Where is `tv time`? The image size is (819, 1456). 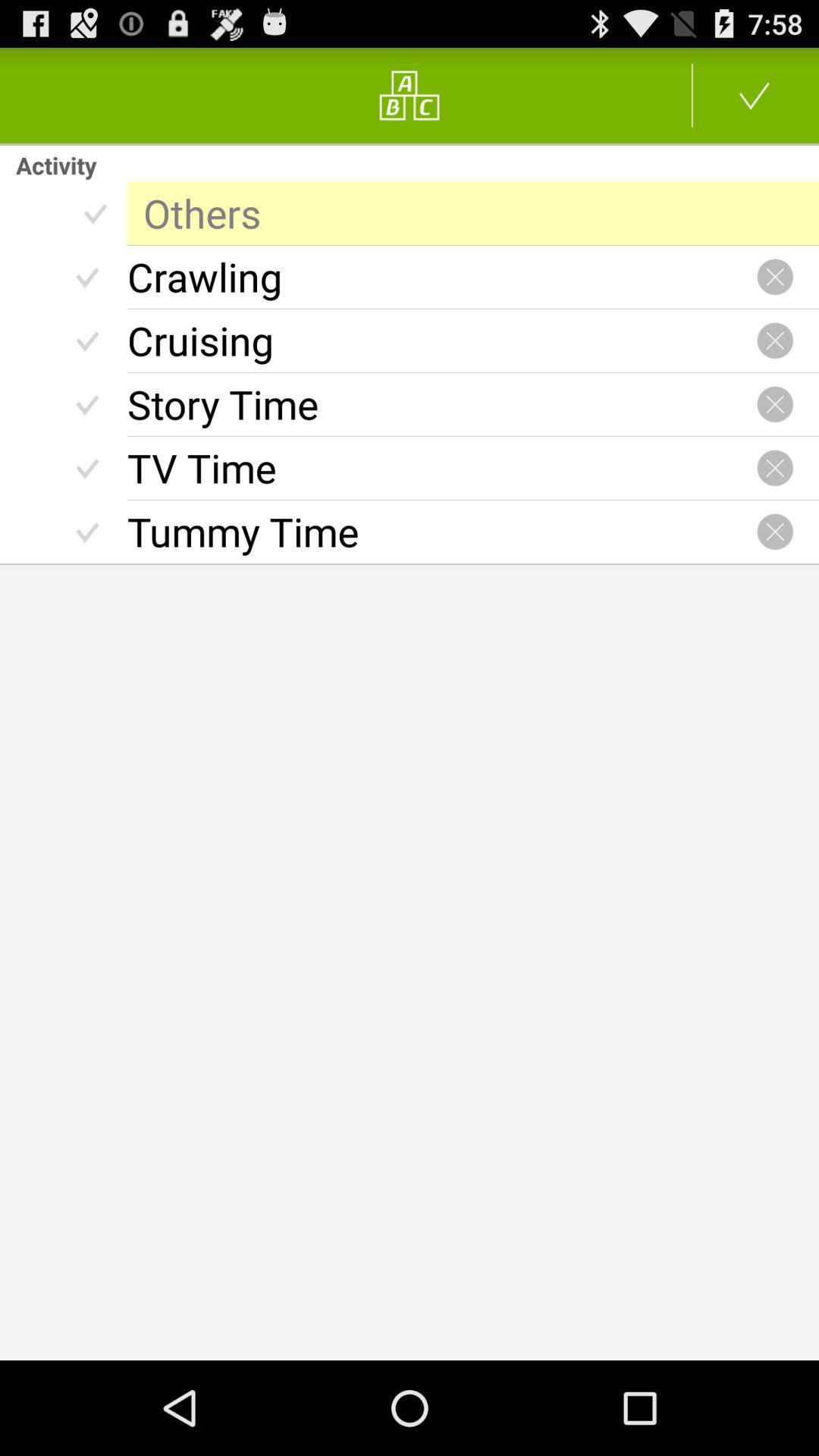
tv time is located at coordinates (775, 467).